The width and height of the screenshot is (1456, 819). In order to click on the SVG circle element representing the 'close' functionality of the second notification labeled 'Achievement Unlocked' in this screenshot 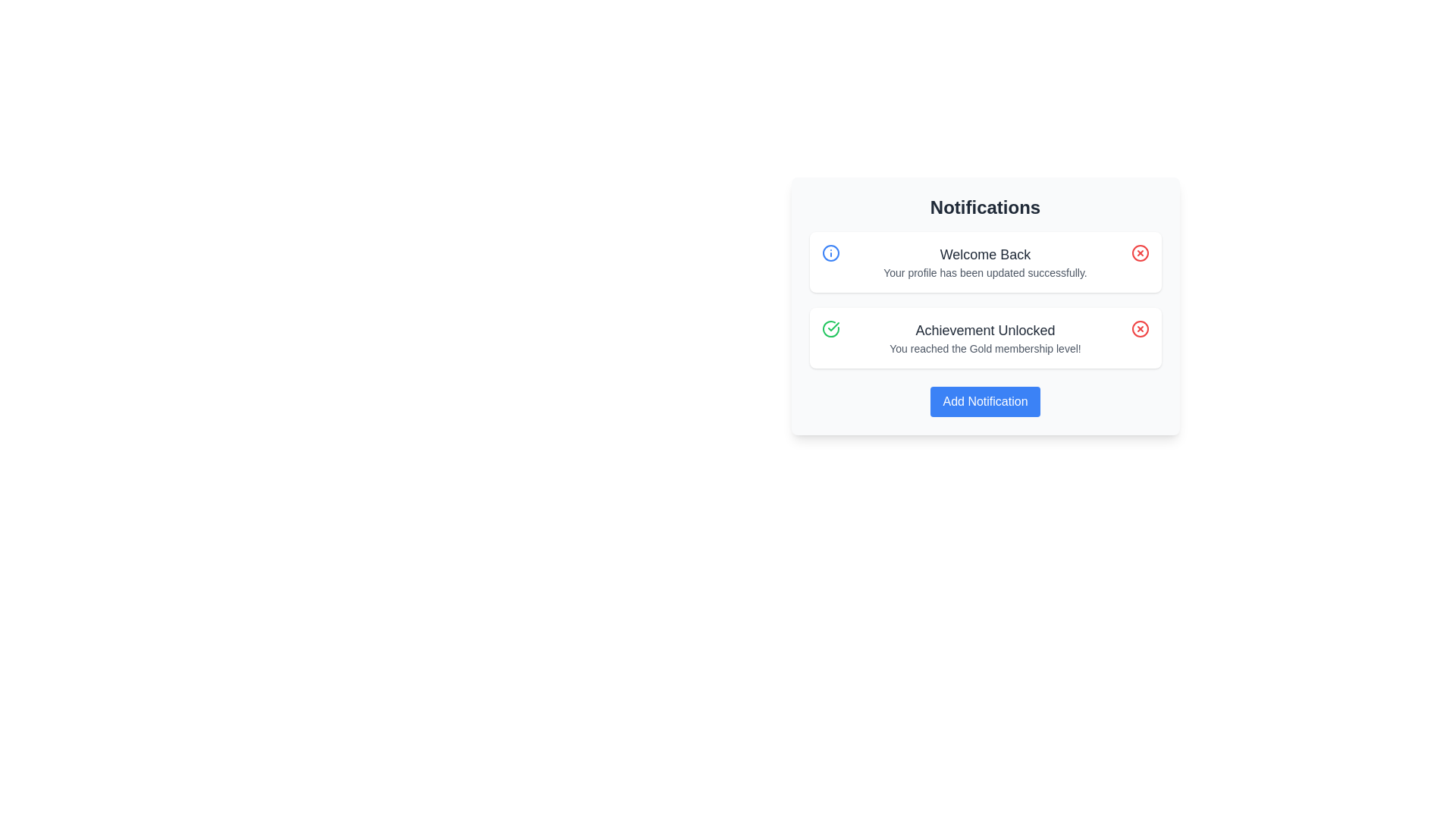, I will do `click(1140, 328)`.